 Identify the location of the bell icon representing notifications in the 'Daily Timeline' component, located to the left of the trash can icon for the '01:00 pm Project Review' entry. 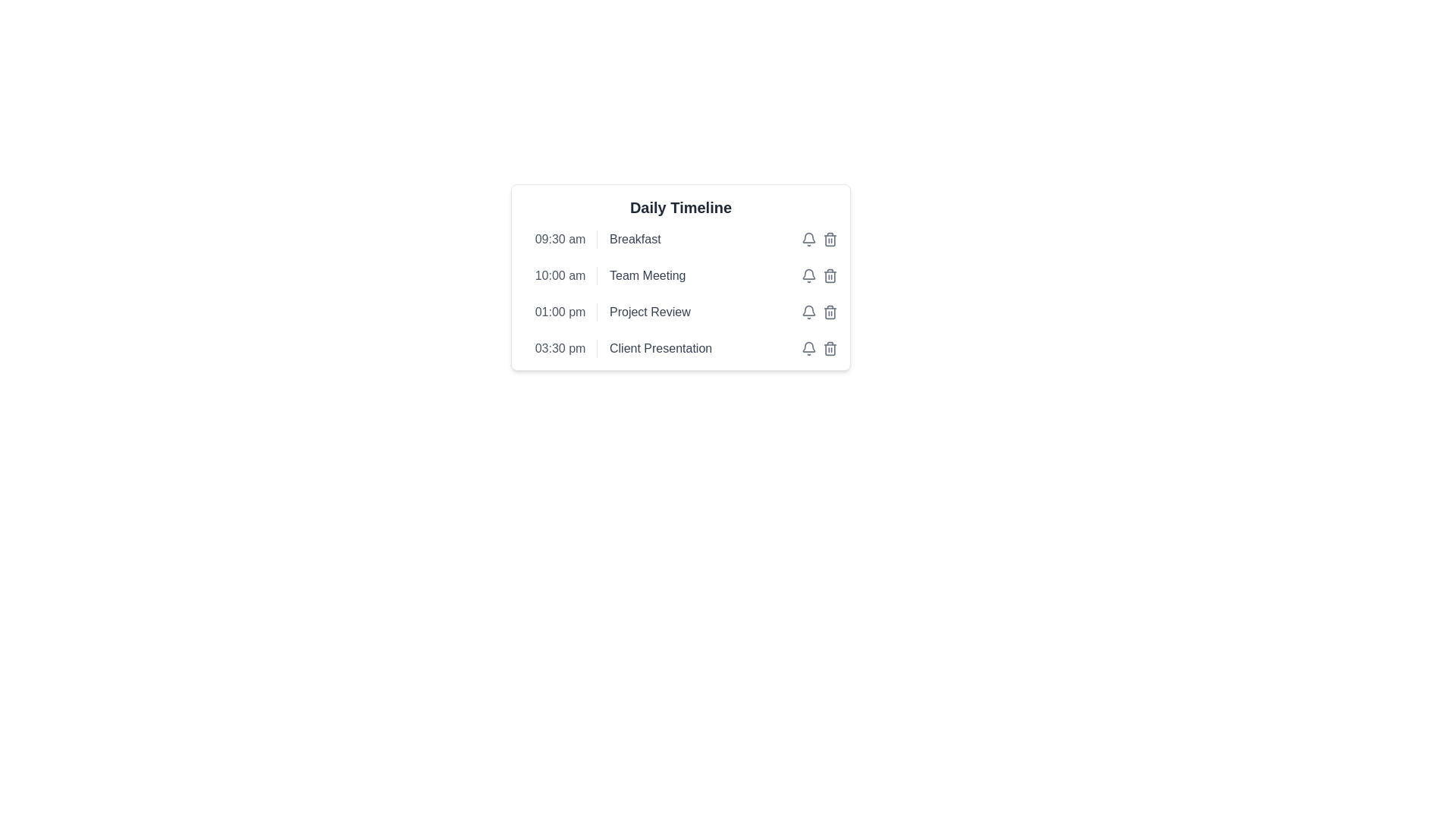
(808, 309).